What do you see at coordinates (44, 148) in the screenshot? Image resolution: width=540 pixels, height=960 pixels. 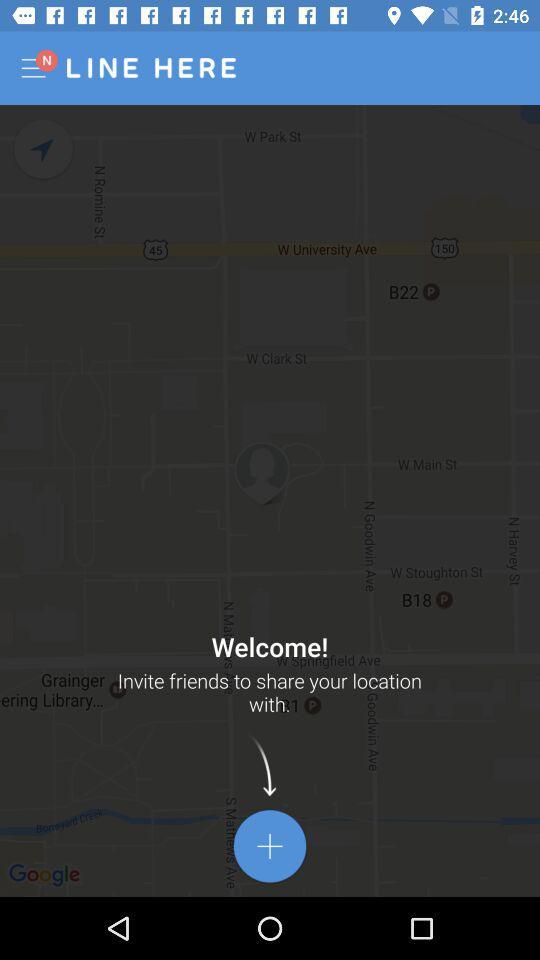 I see `start naviagation` at bounding box center [44, 148].